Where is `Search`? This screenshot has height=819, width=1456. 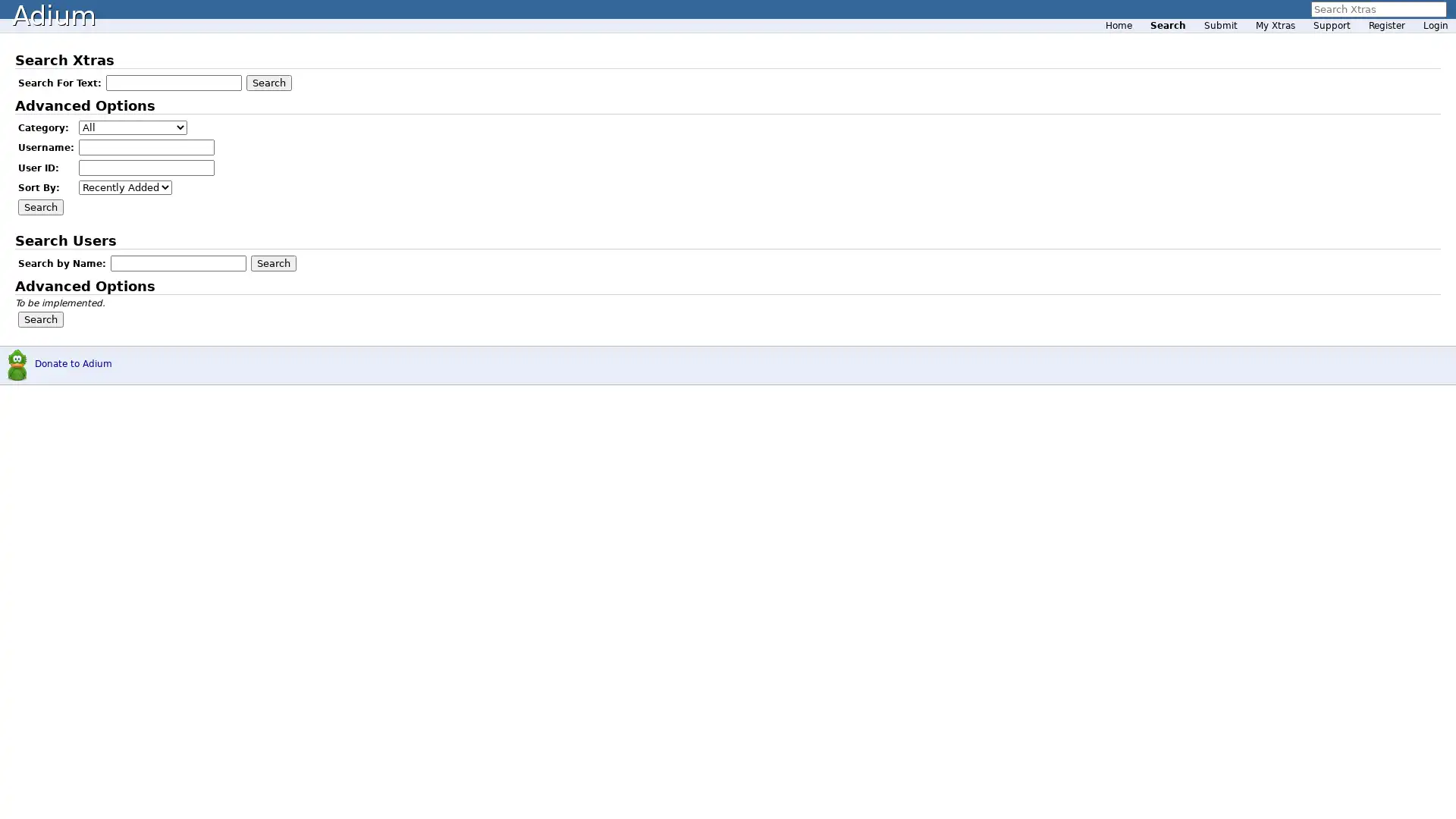
Search is located at coordinates (40, 318).